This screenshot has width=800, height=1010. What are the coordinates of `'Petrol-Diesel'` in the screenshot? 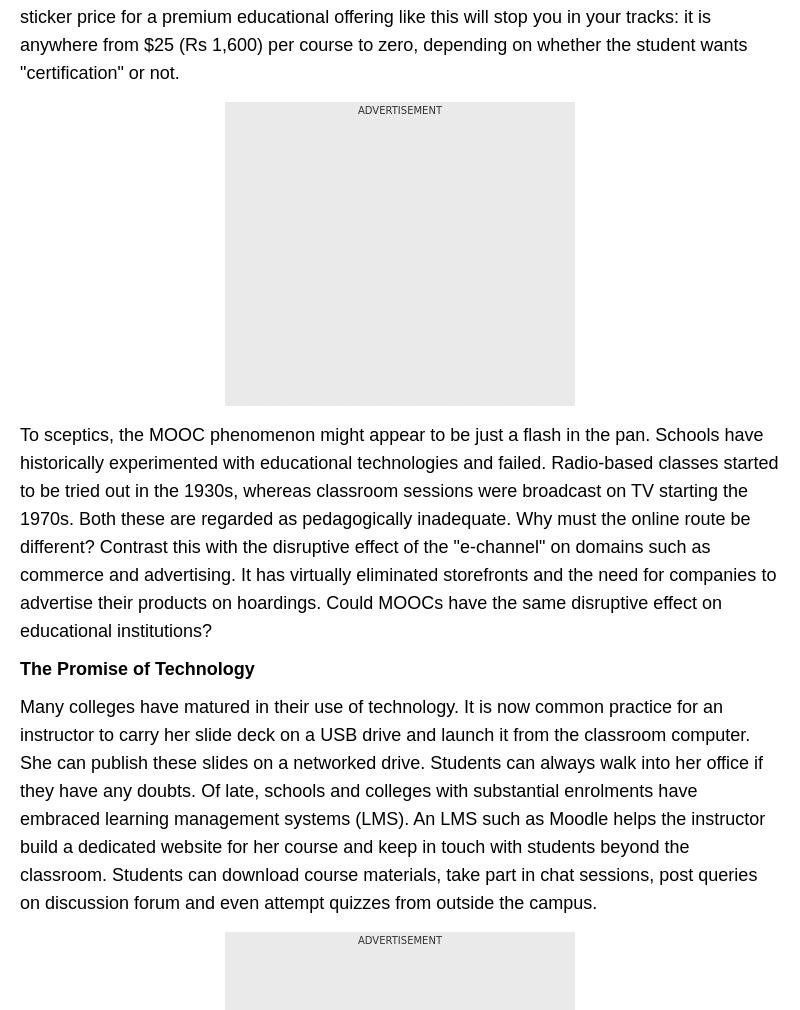 It's located at (444, 97).